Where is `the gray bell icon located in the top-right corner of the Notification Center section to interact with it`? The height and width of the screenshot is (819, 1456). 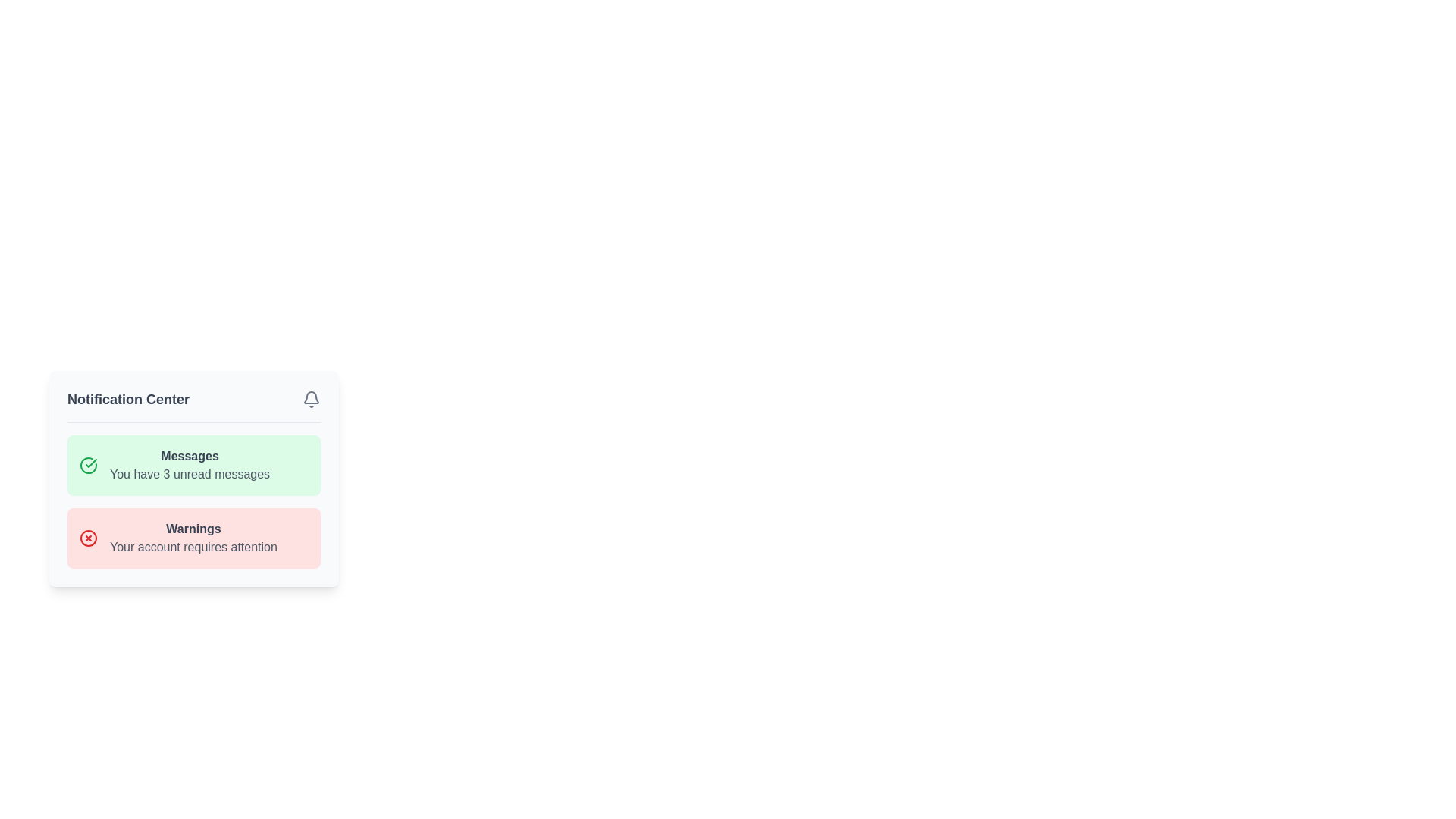
the gray bell icon located in the top-right corner of the Notification Center section to interact with it is located at coordinates (311, 399).